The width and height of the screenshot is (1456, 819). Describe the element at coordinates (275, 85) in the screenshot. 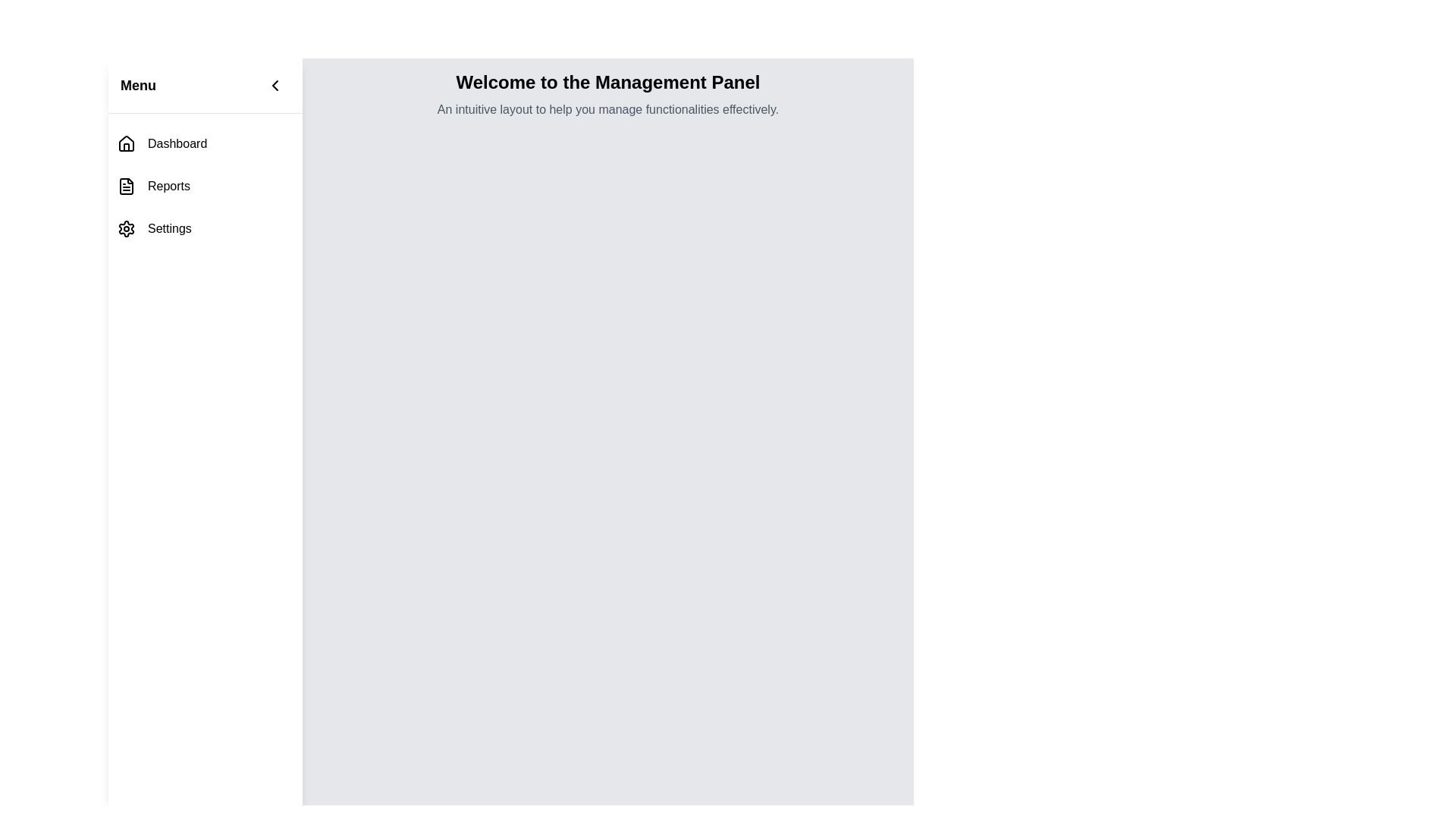

I see `the Icon button (left arrow) located in the top left sidebar, which is used for navigation to collapse or close the sidebar` at that location.